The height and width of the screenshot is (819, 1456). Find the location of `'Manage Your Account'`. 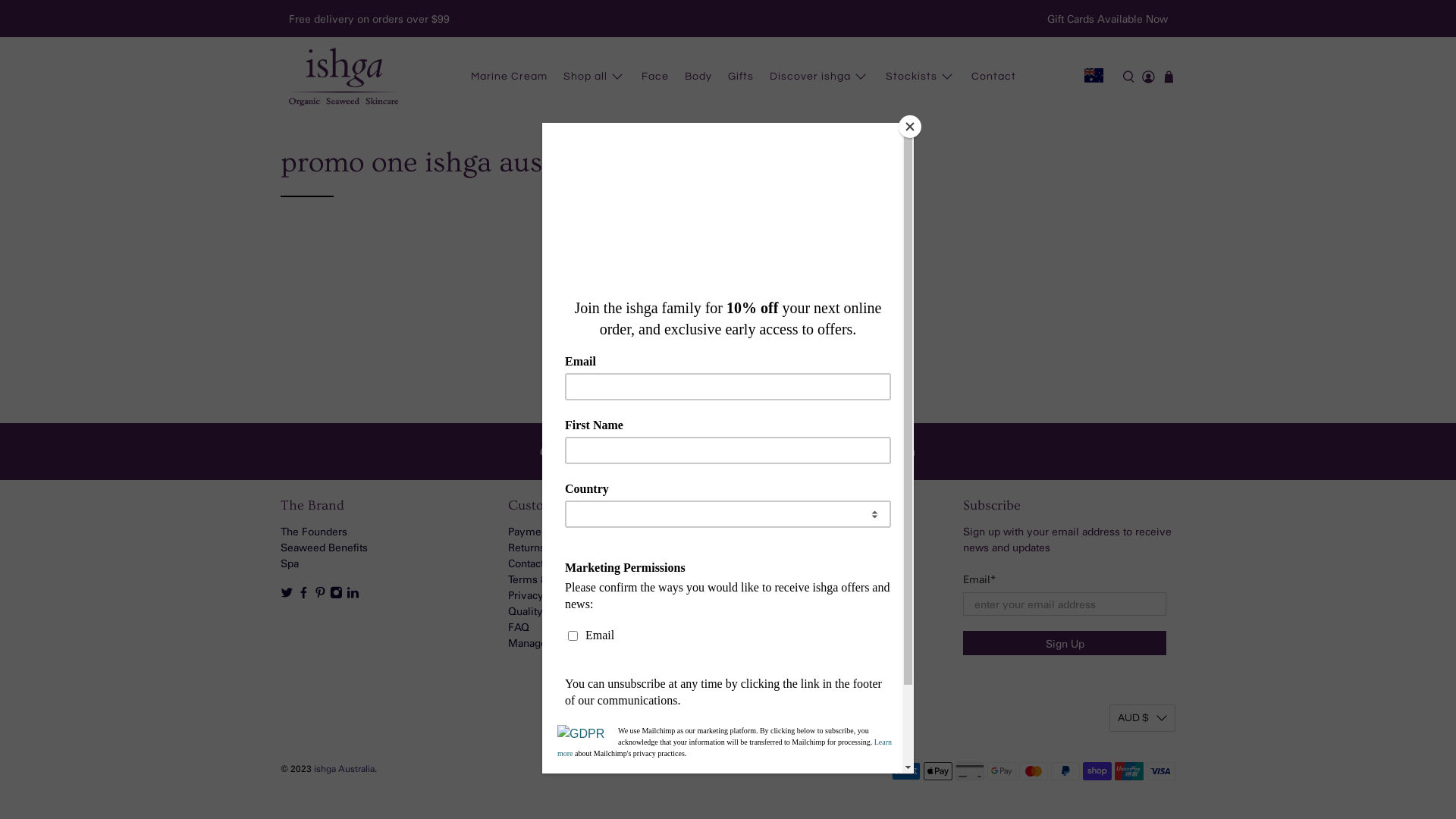

'Manage Your Account' is located at coordinates (560, 642).